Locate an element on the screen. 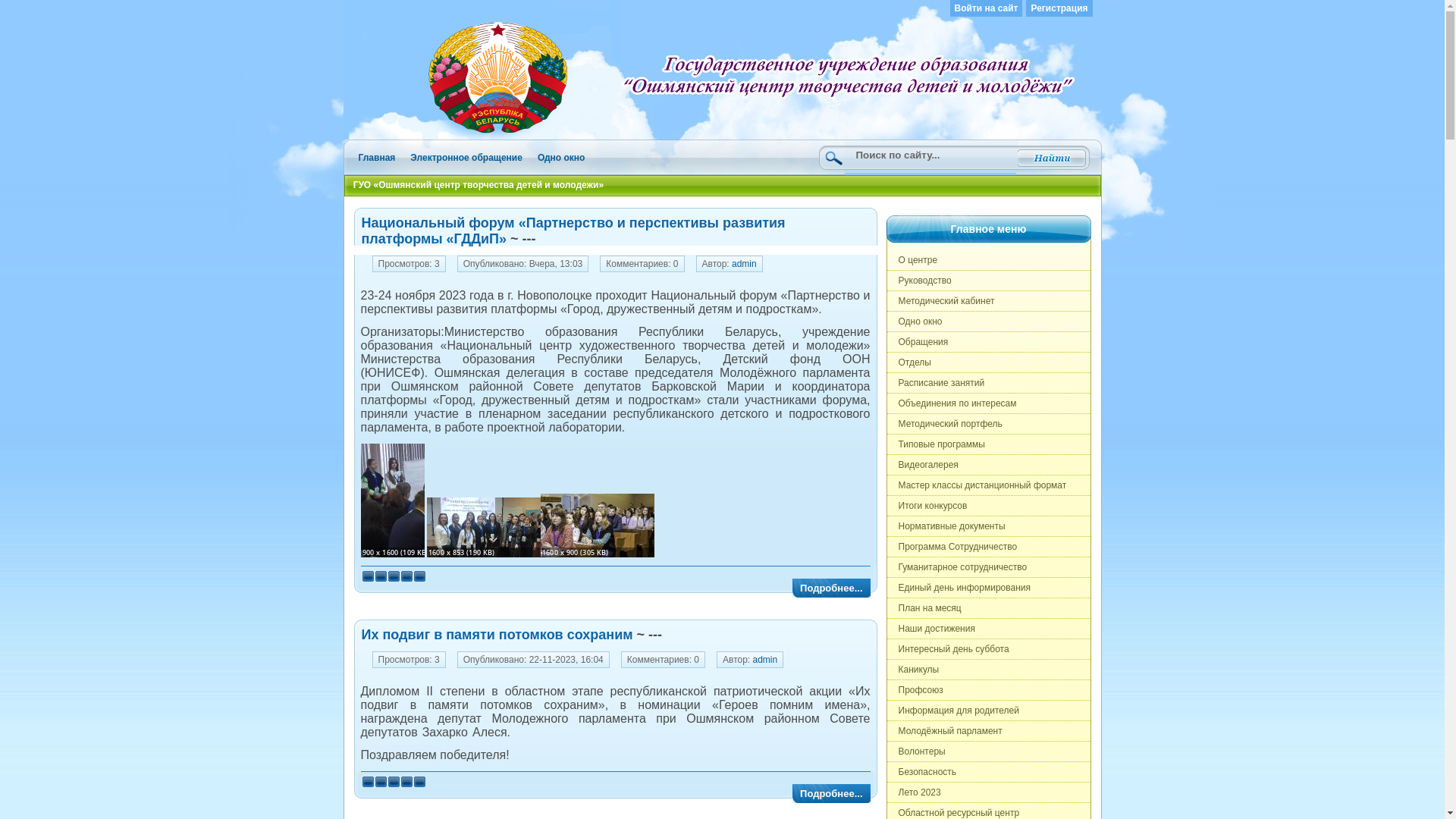 The height and width of the screenshot is (819, 1456). 'admin' is located at coordinates (744, 262).